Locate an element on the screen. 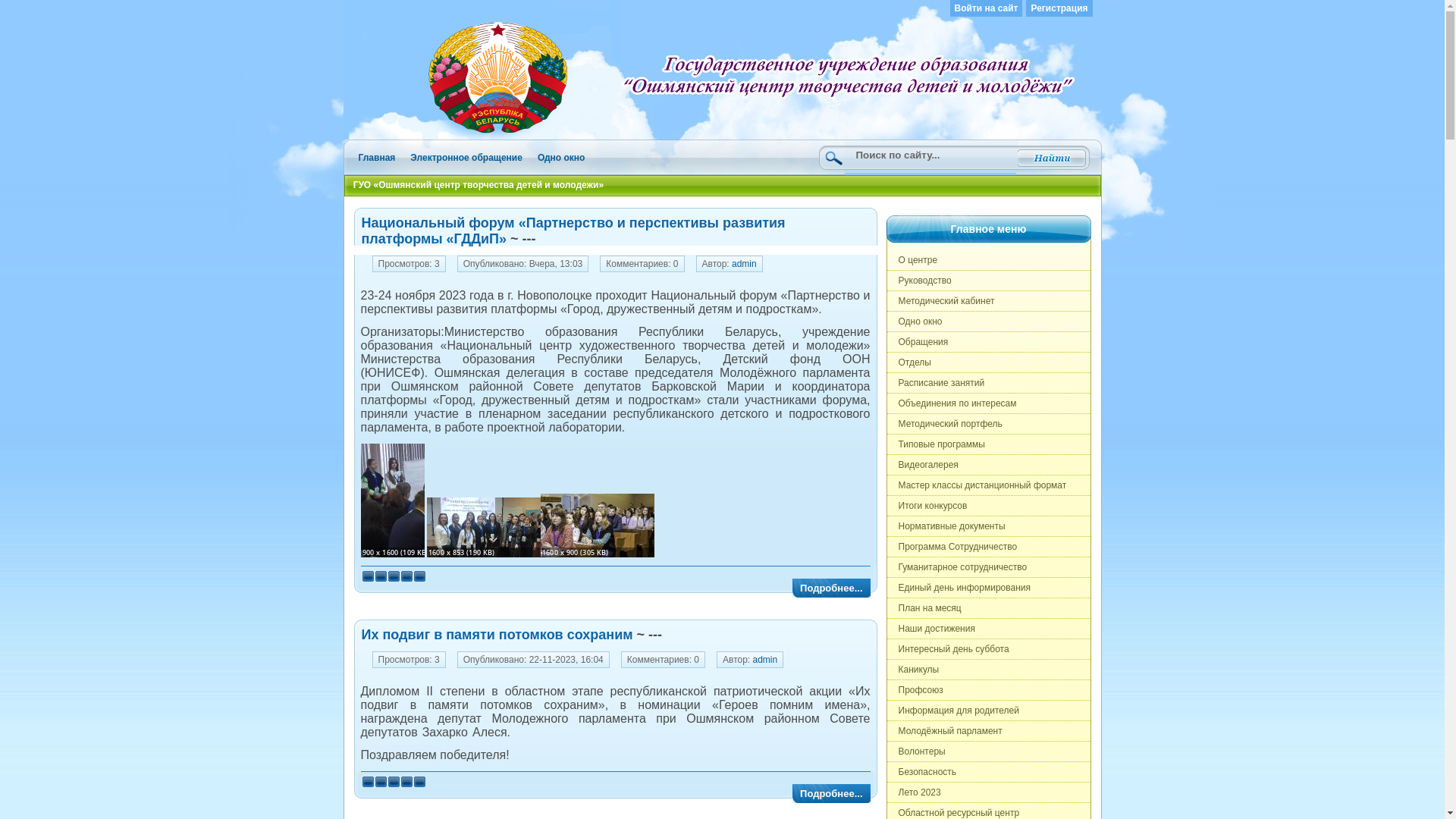 The height and width of the screenshot is (819, 1456). 'admin' is located at coordinates (744, 262).